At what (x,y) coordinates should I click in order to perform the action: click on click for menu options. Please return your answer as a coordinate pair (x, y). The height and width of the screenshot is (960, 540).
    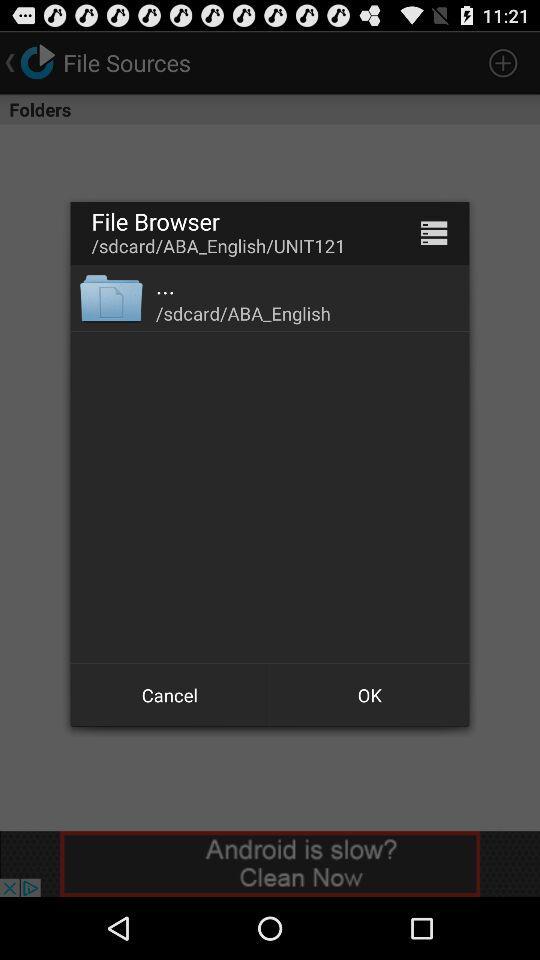
    Looking at the image, I should click on (433, 233).